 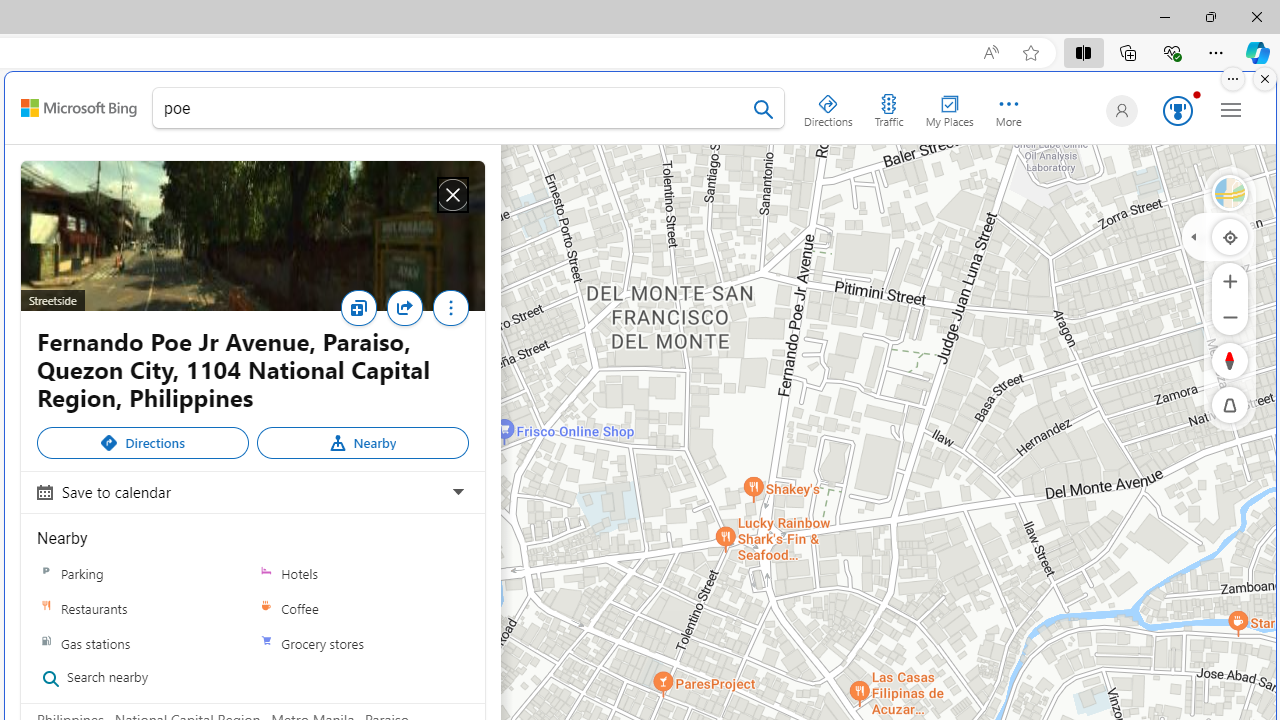 What do you see at coordinates (1229, 235) in the screenshot?
I see `'Locate me'` at bounding box center [1229, 235].